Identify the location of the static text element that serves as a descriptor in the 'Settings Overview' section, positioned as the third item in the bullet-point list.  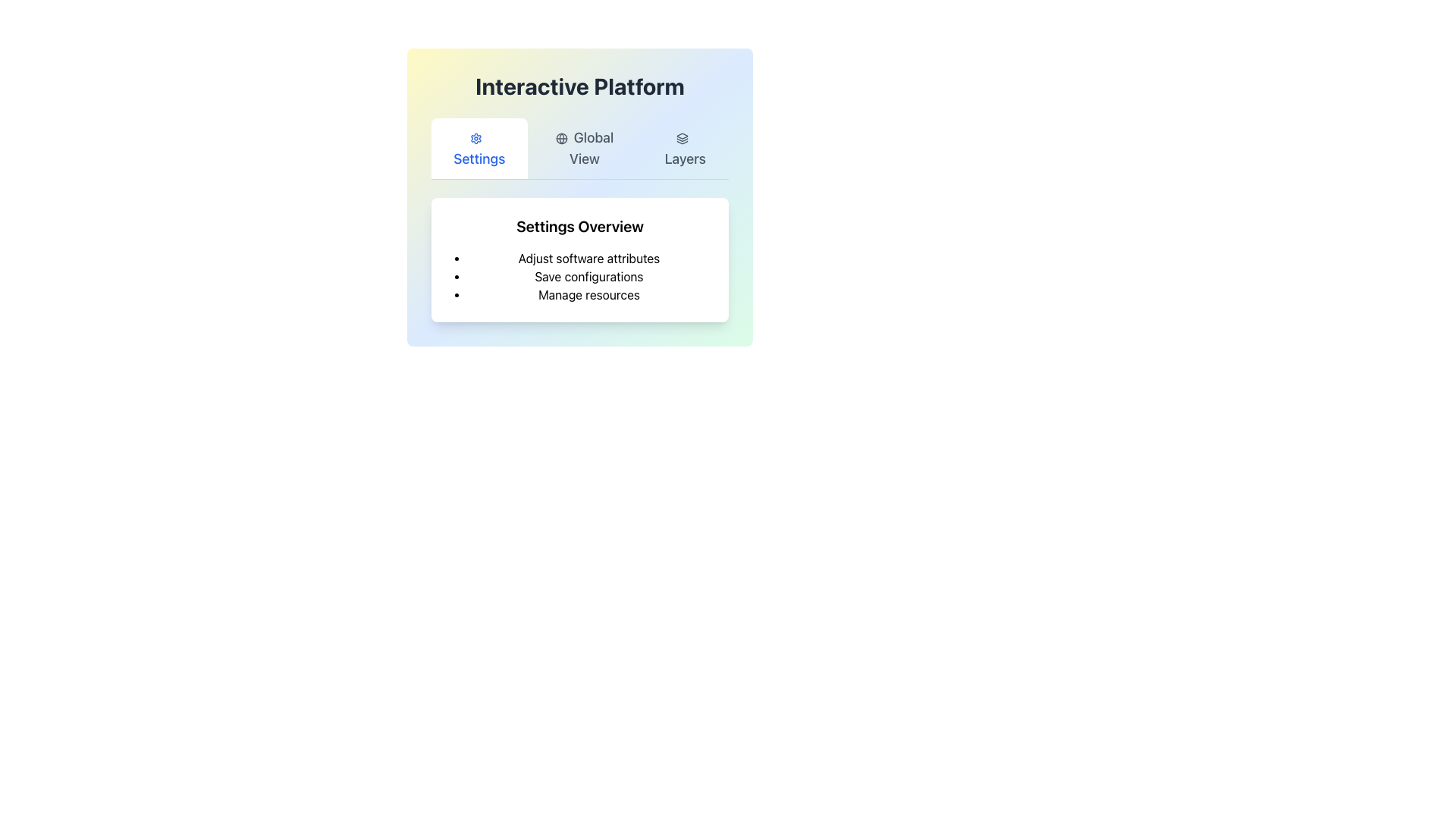
(588, 295).